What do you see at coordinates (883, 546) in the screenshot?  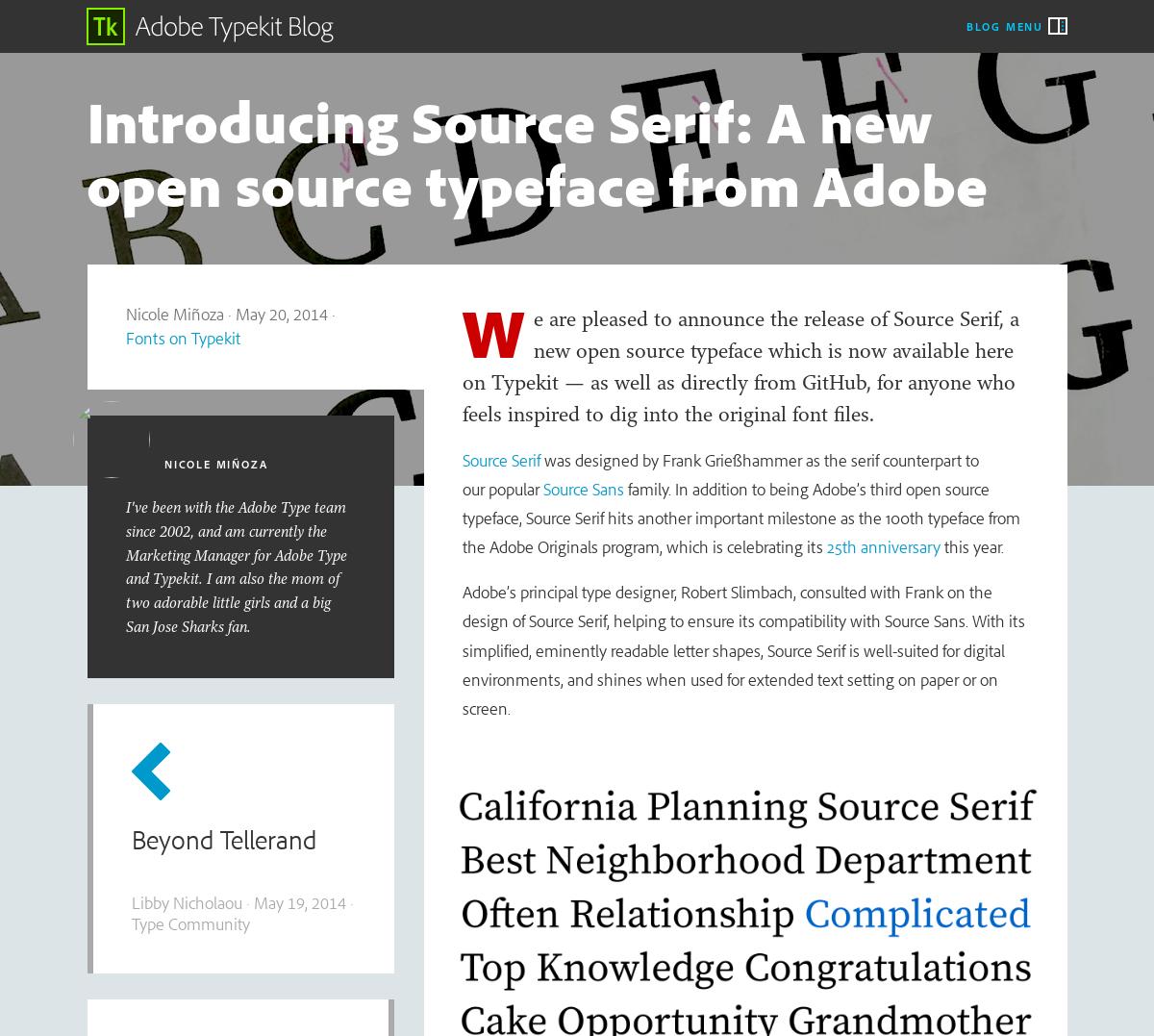 I see `'25th anniversary'` at bounding box center [883, 546].